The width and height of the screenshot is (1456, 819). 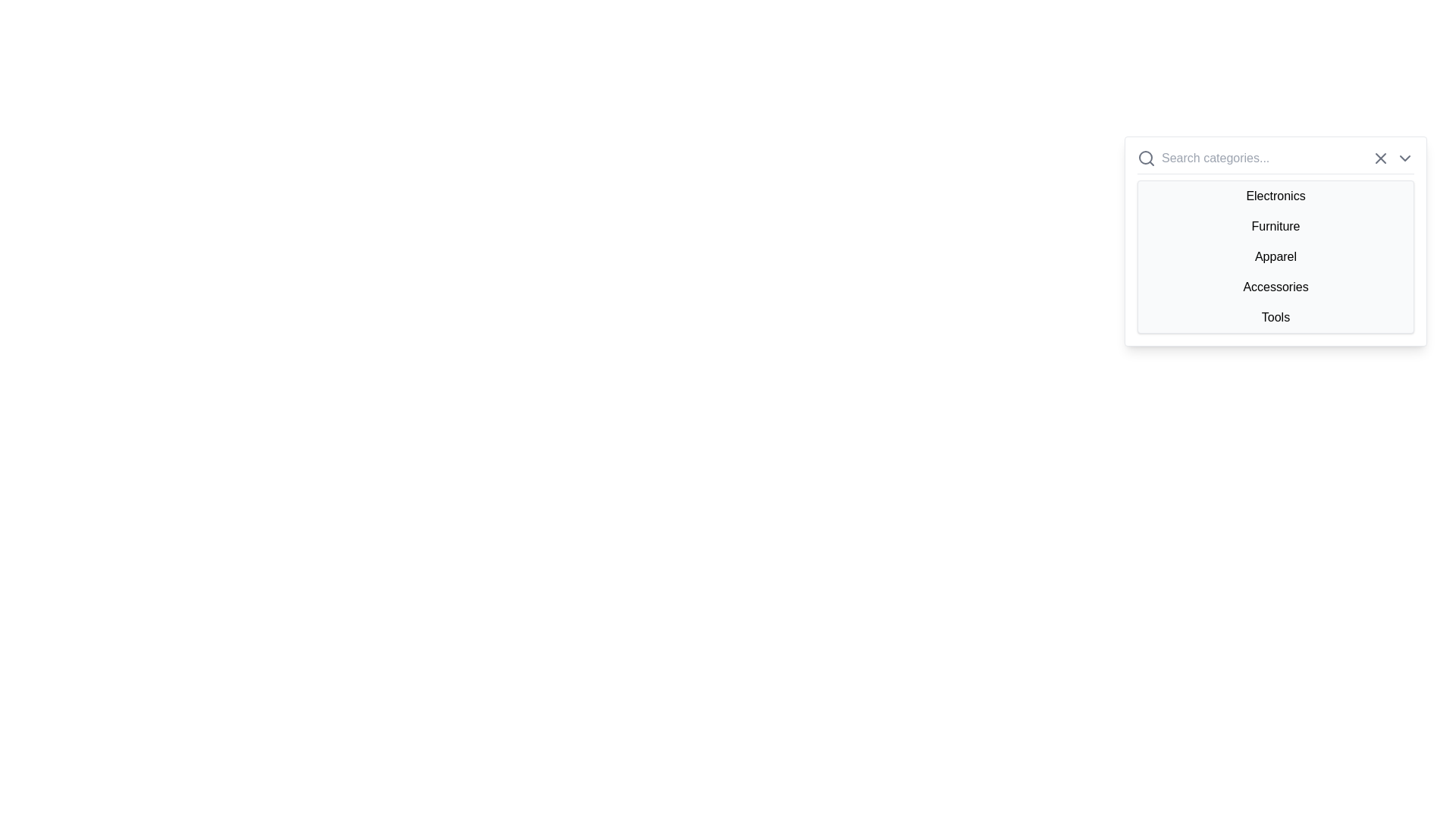 I want to click on the 'Tools' category option, so click(x=1275, y=317).